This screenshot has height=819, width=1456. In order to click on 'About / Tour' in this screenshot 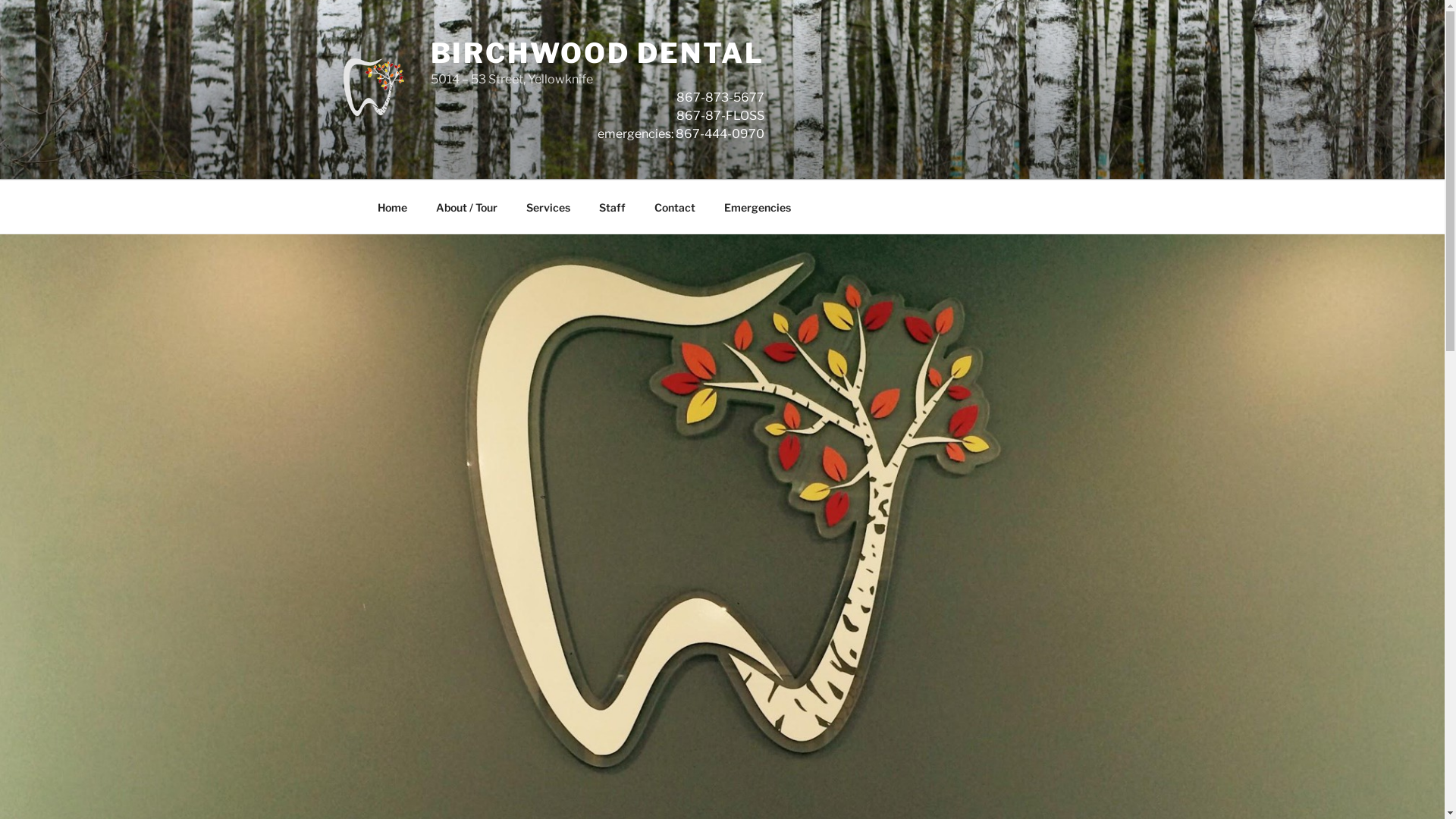, I will do `click(466, 206)`.